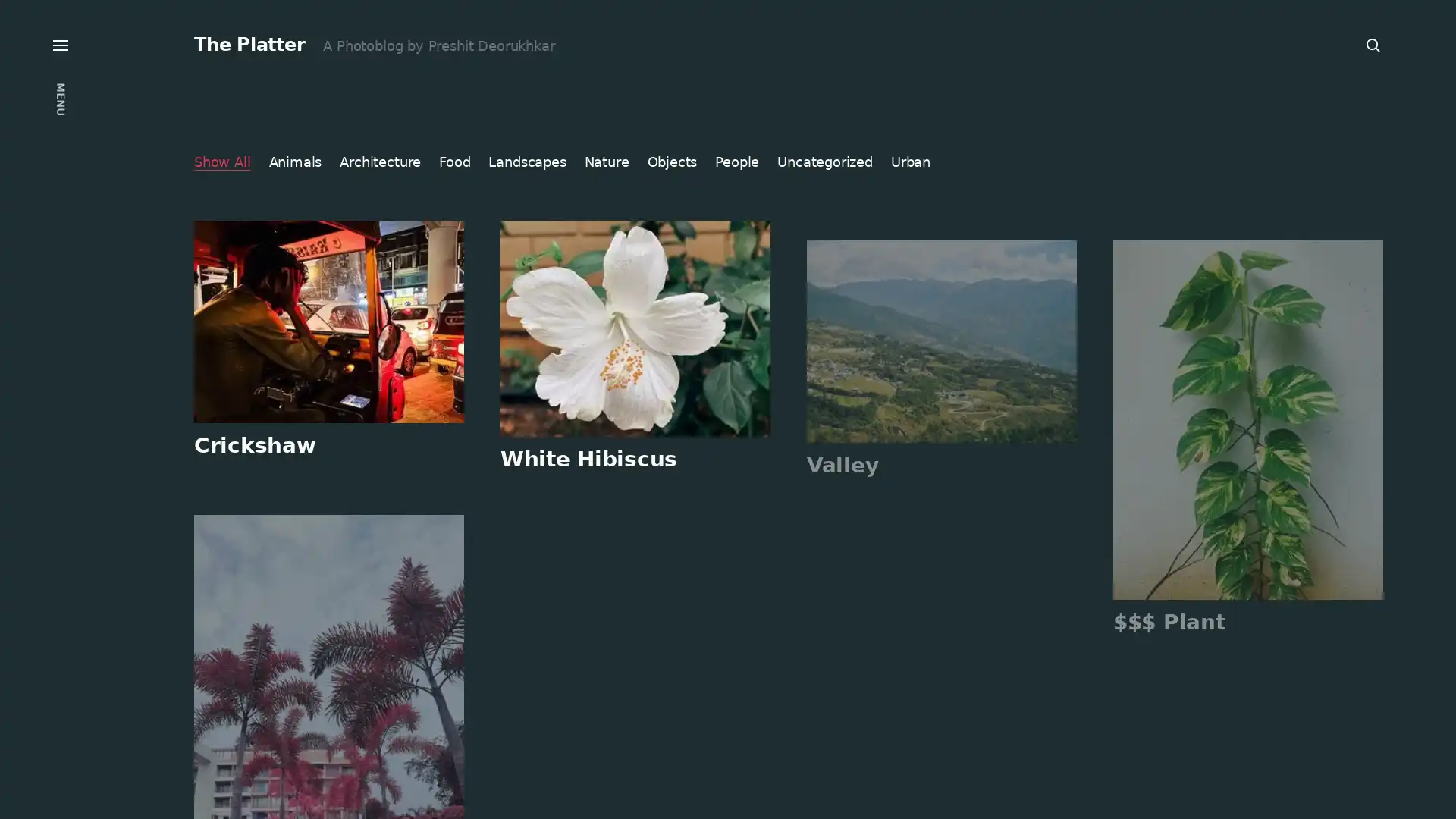 This screenshot has height=819, width=1456. Describe the element at coordinates (1373, 45) in the screenshot. I see `Search` at that location.